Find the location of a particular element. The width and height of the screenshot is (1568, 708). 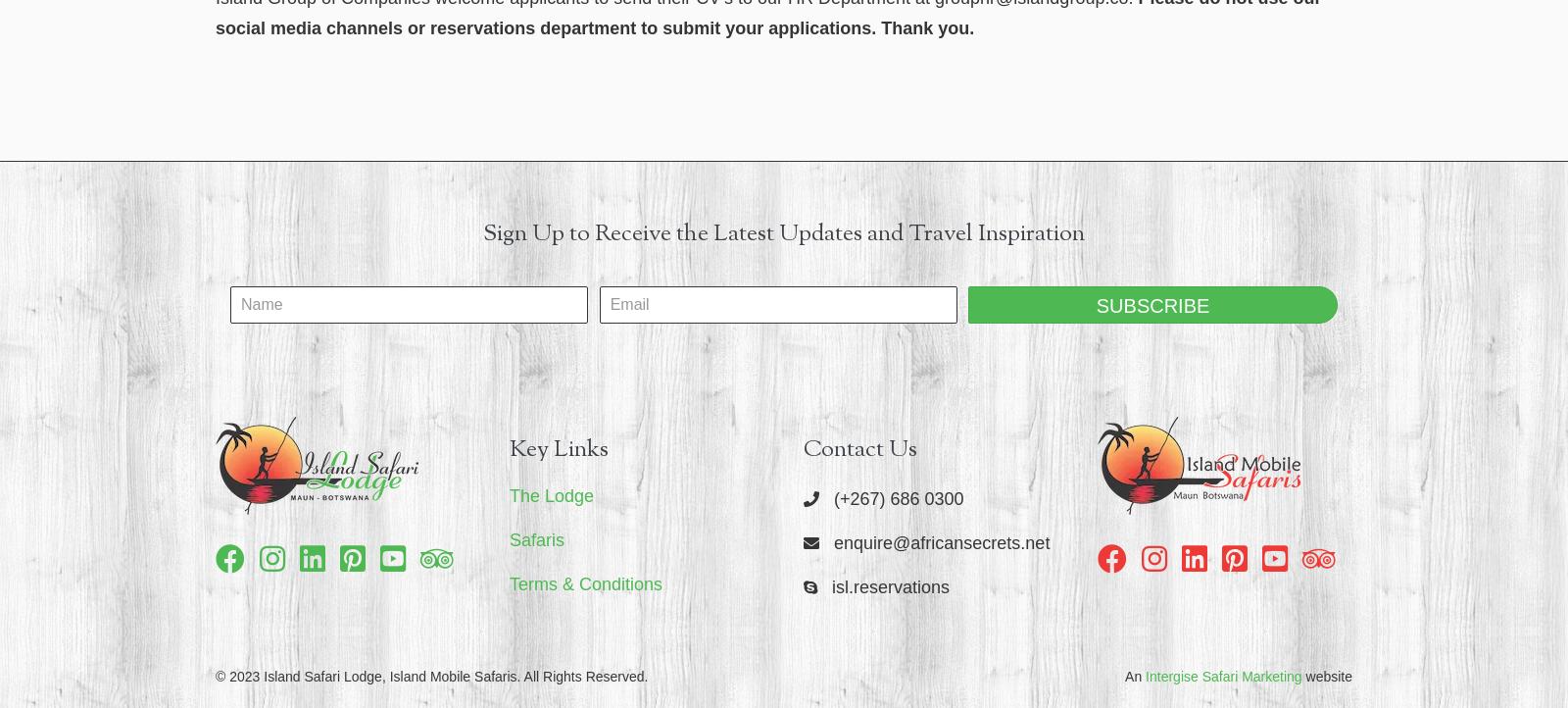

'© 2023 Island Safari Lodge, Island Mobile Safaris. All Rights Reserved.' is located at coordinates (430, 676).